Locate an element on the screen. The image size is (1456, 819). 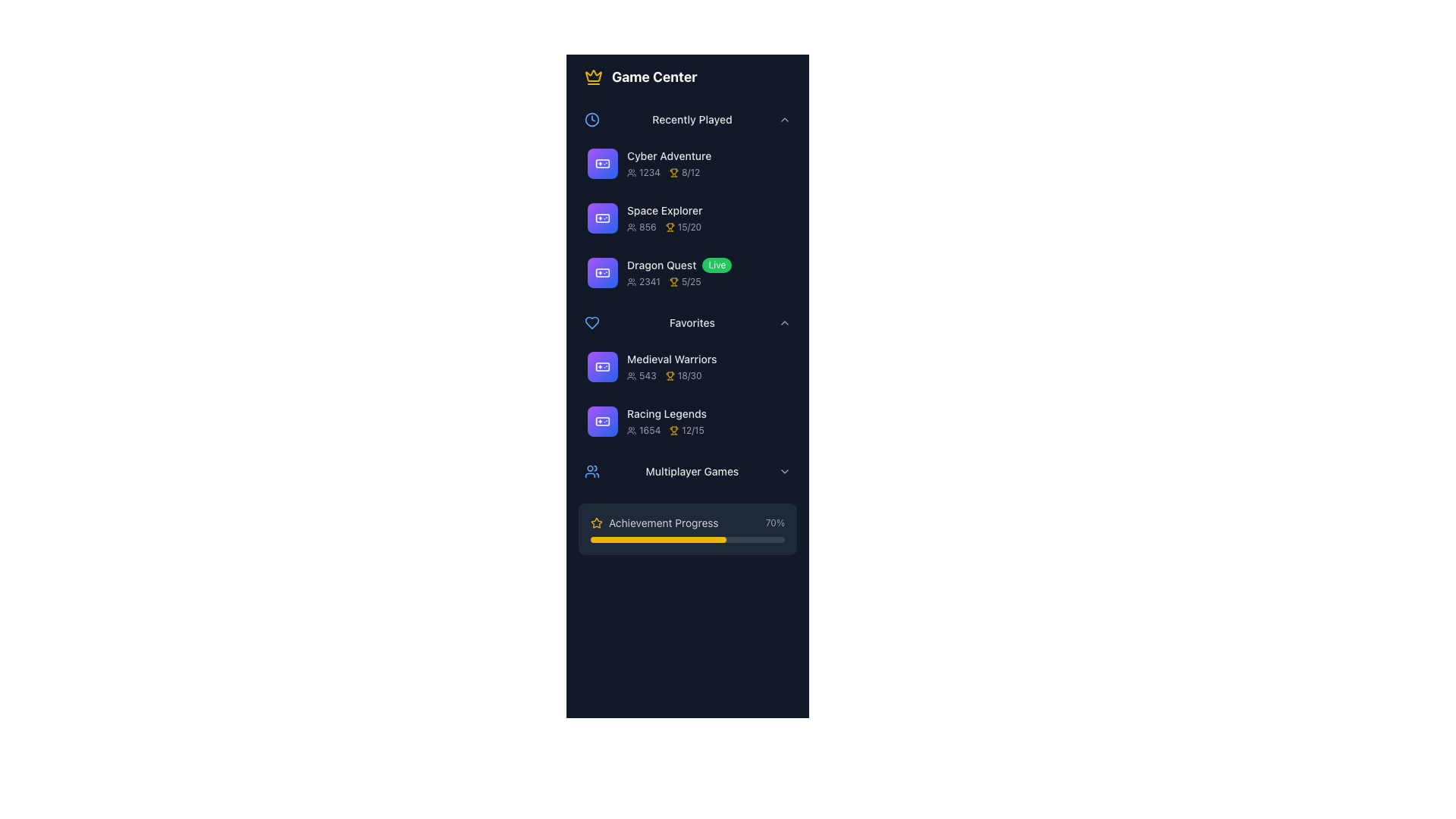
the Chevron (expand/collapse) icon is located at coordinates (785, 322).